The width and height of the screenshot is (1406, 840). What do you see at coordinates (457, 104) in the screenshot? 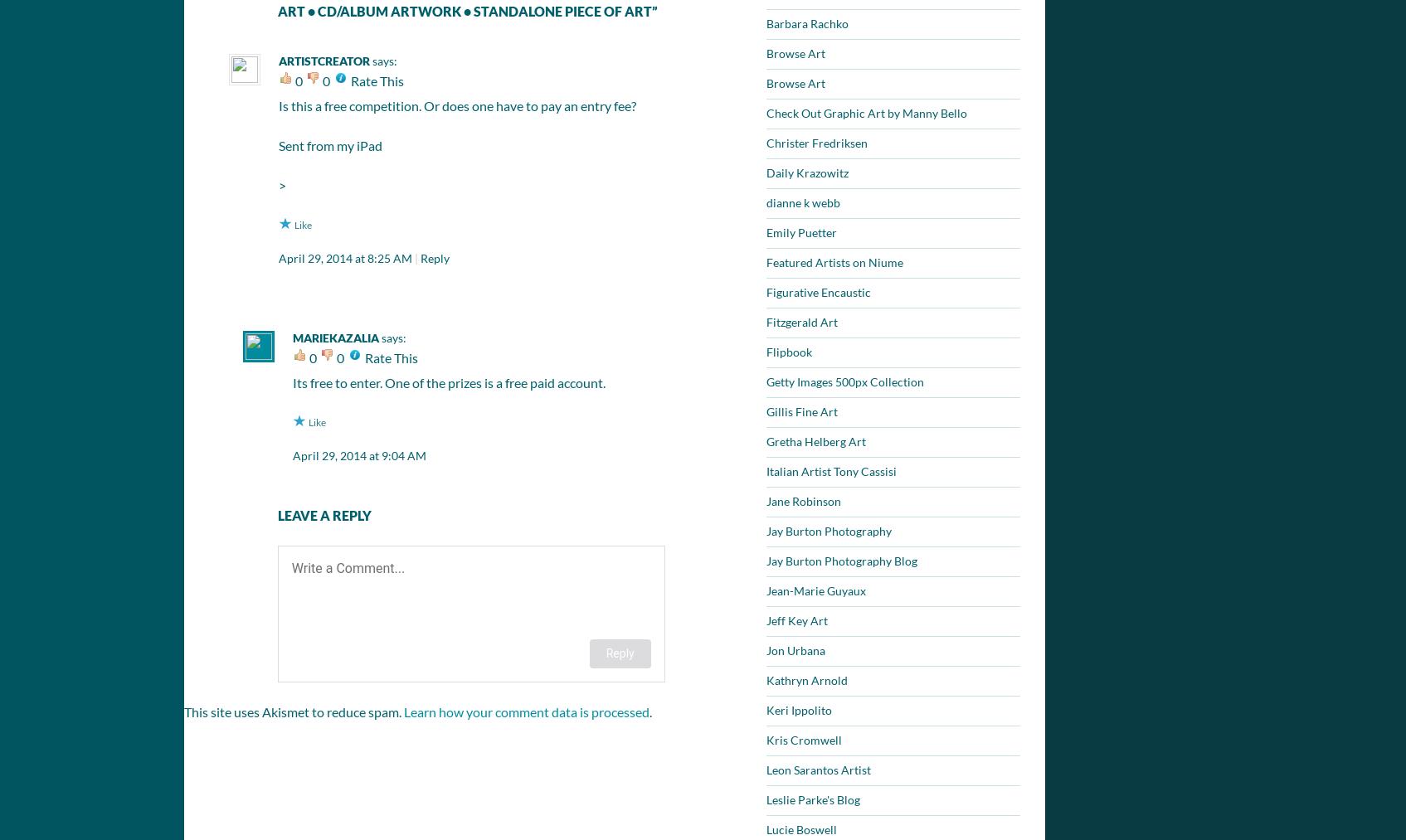
I see `'Is this a free competition. Or does one have to pay an entry fee?'` at bounding box center [457, 104].